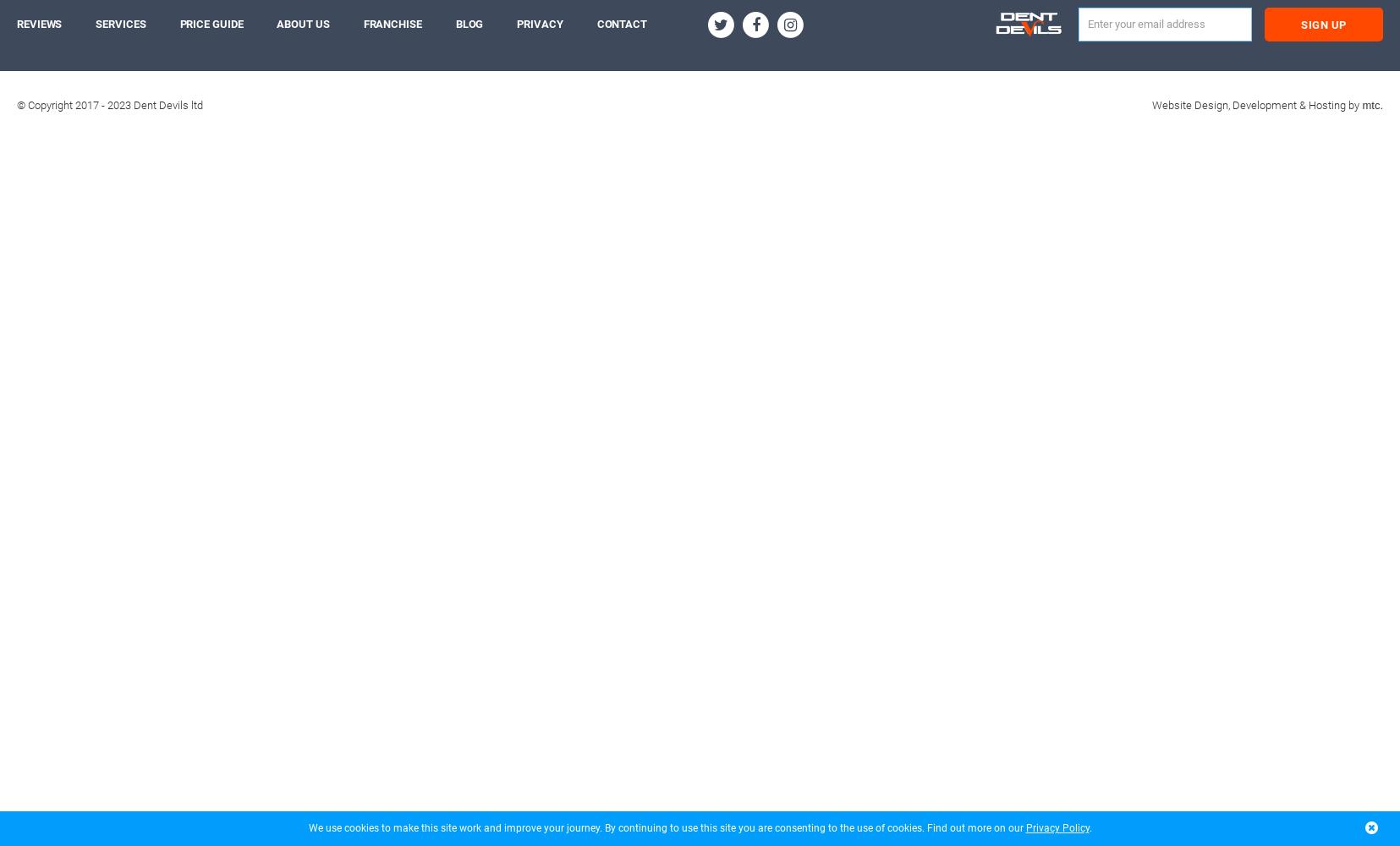  Describe the element at coordinates (1191, 103) in the screenshot. I see `'Website Design,'` at that location.